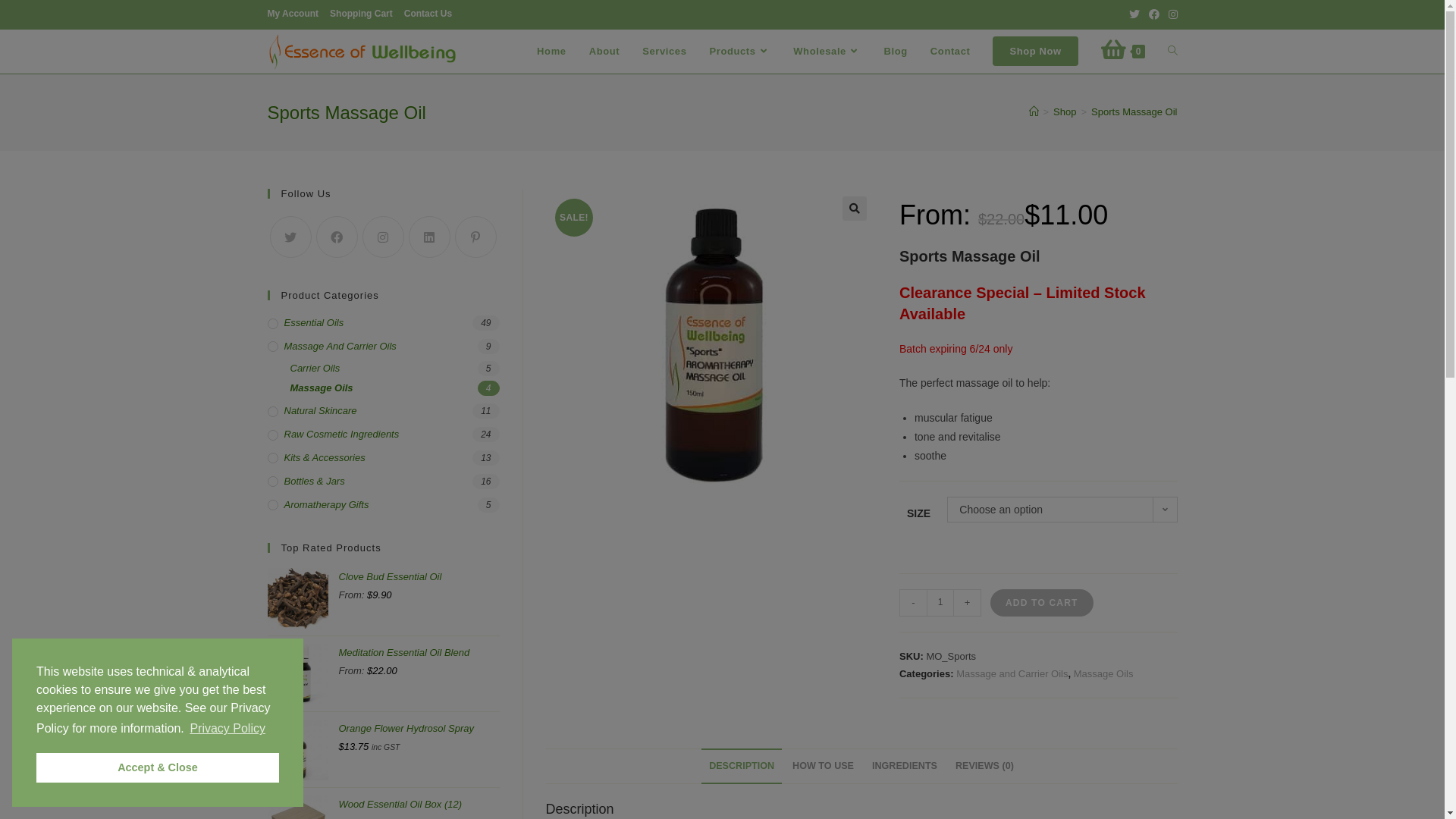  What do you see at coordinates (1063, 111) in the screenshot?
I see `'Shop'` at bounding box center [1063, 111].